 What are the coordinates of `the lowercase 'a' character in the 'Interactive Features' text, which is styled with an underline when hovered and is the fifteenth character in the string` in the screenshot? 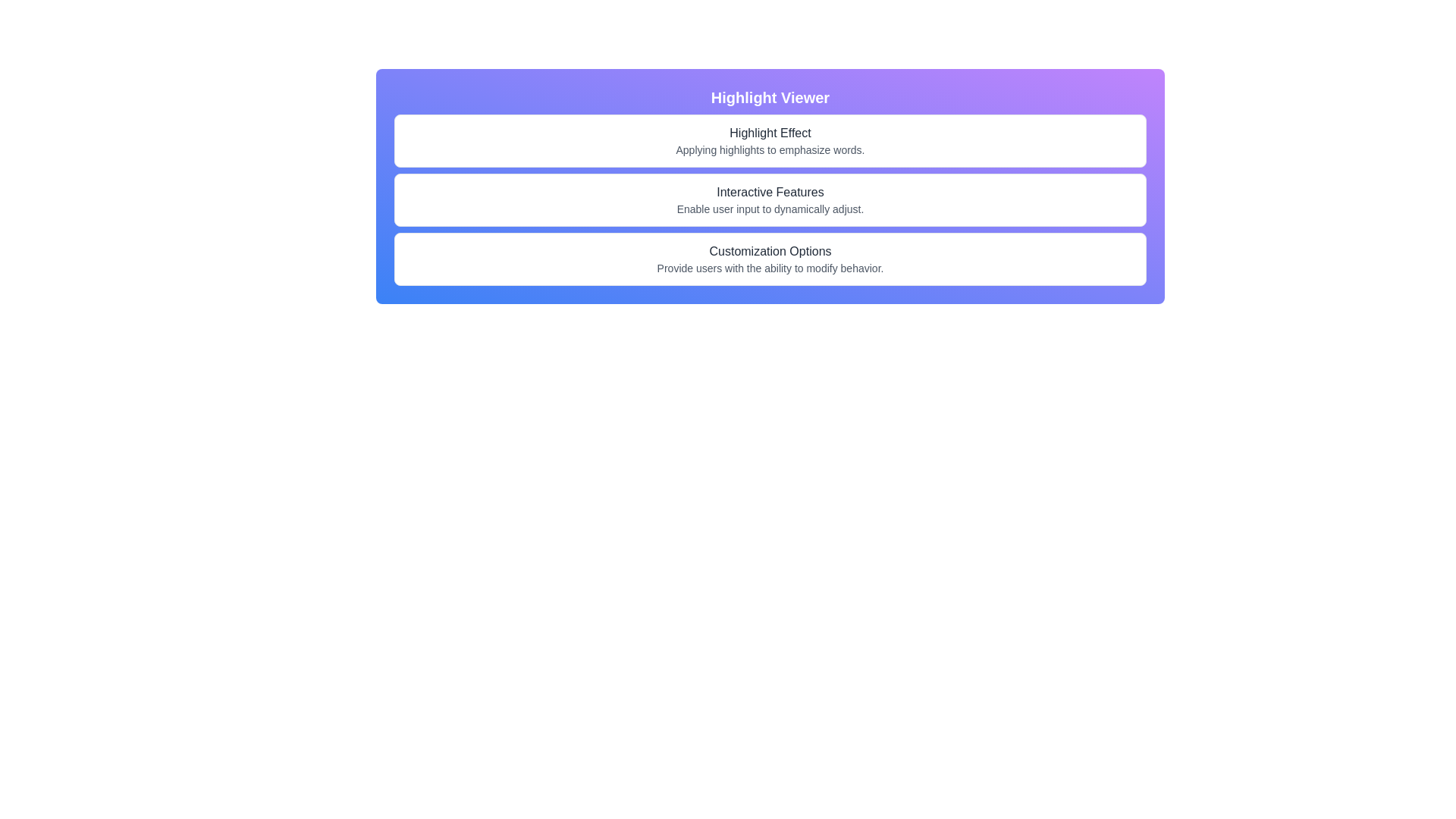 It's located at (792, 191).